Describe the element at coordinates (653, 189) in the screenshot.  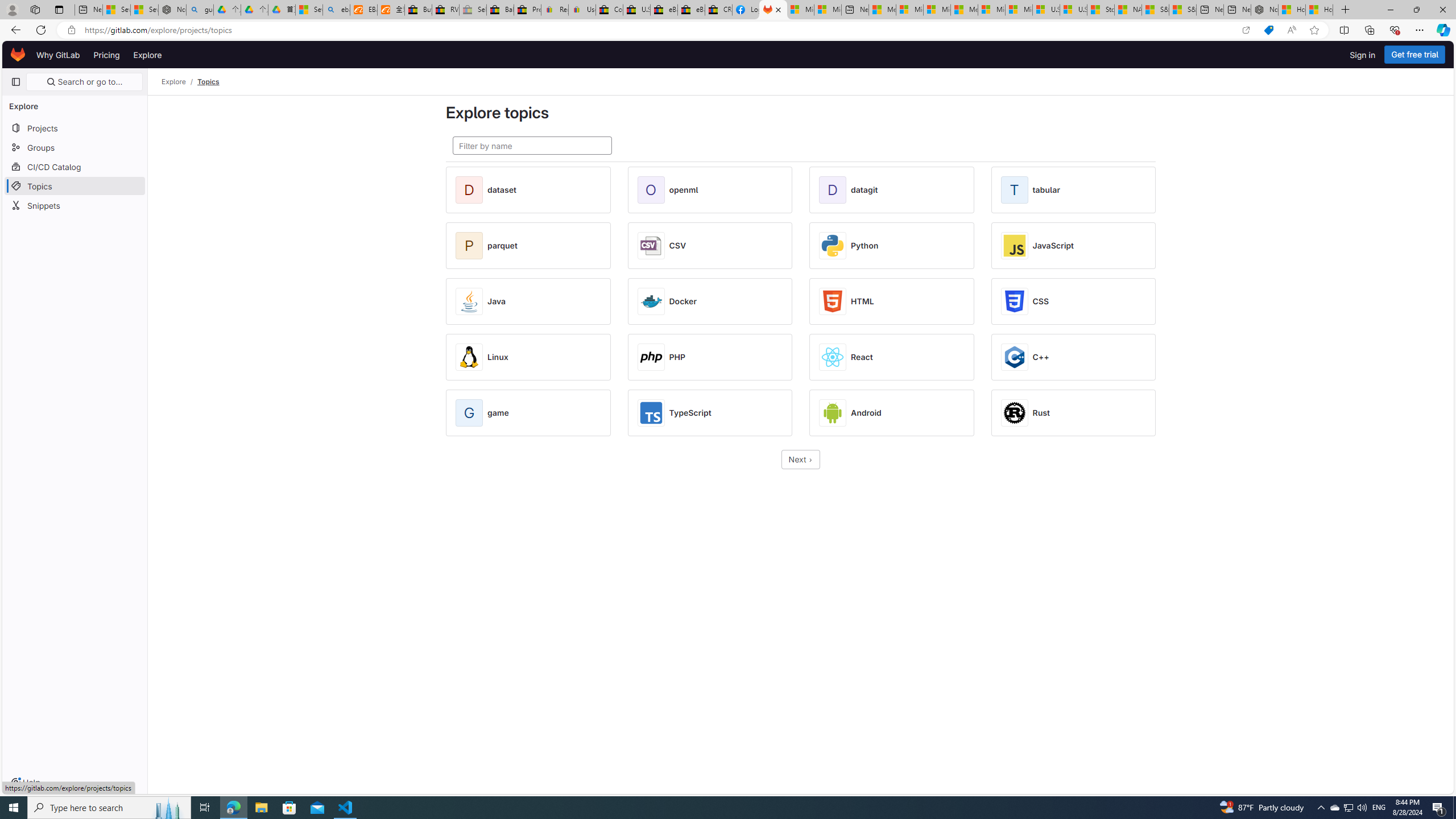
I see `'O'` at that location.